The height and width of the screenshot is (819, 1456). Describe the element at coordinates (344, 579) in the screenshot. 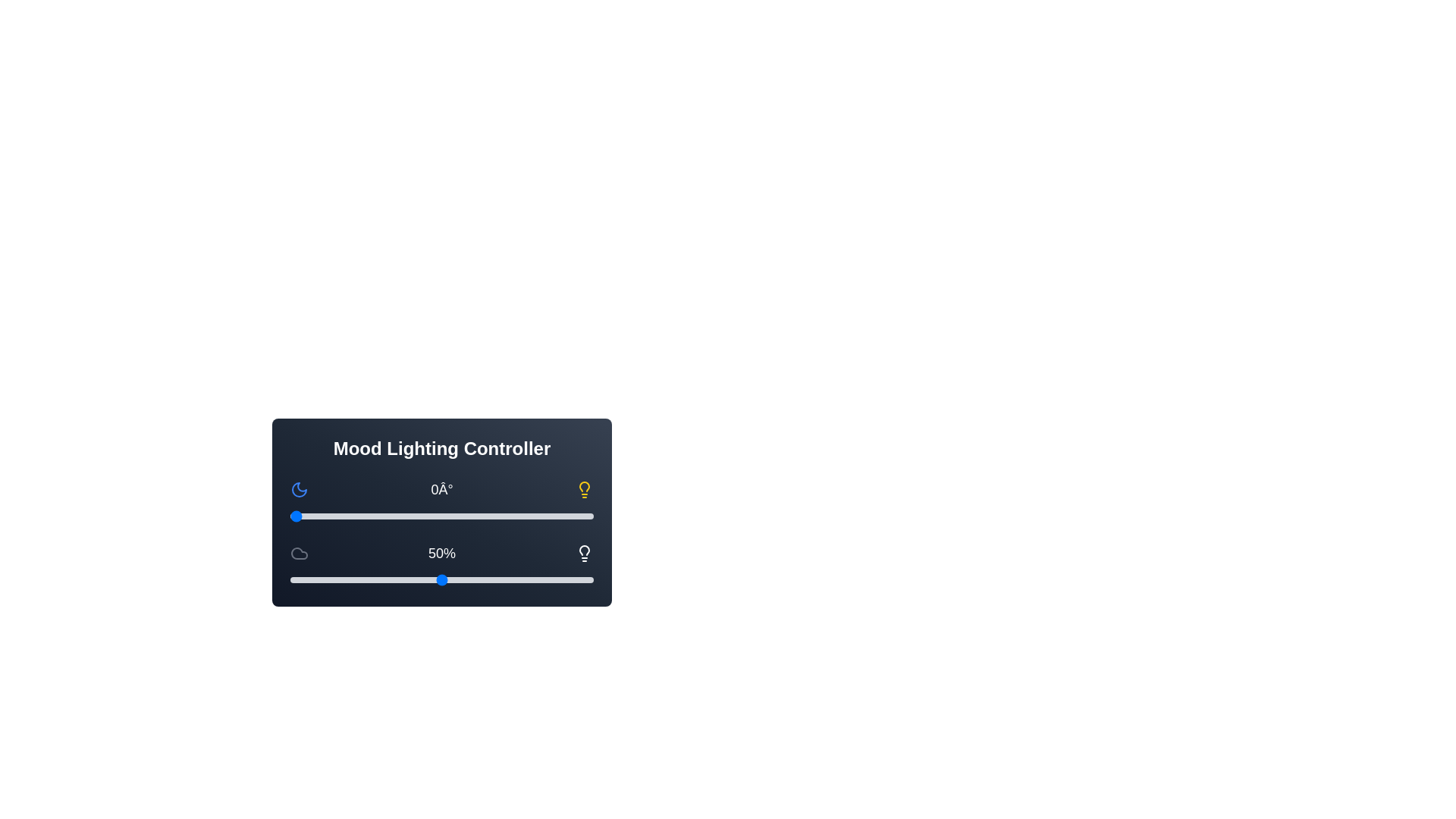

I see `the light intensity to 18% by adjusting the slider` at that location.